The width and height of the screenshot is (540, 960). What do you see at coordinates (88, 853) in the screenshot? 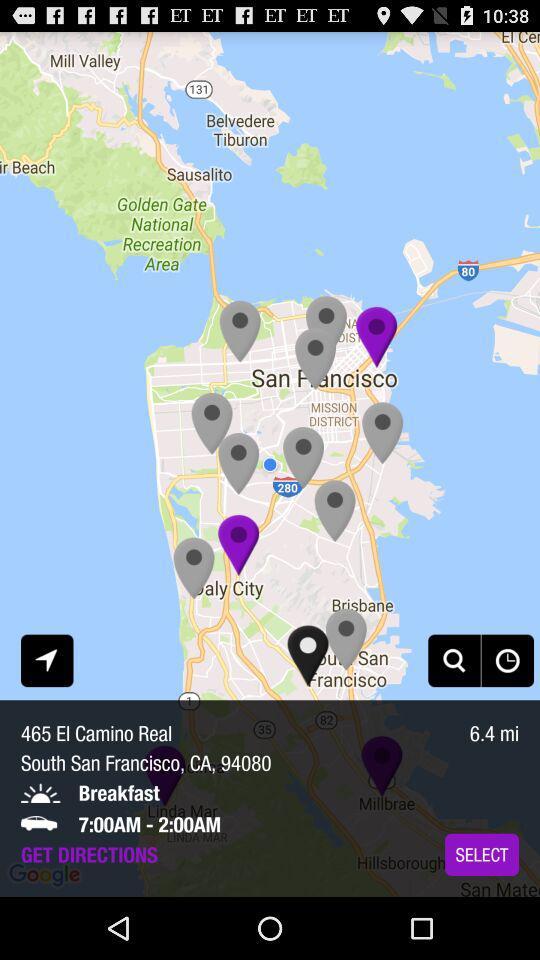
I see `item to the left of the select app` at bounding box center [88, 853].